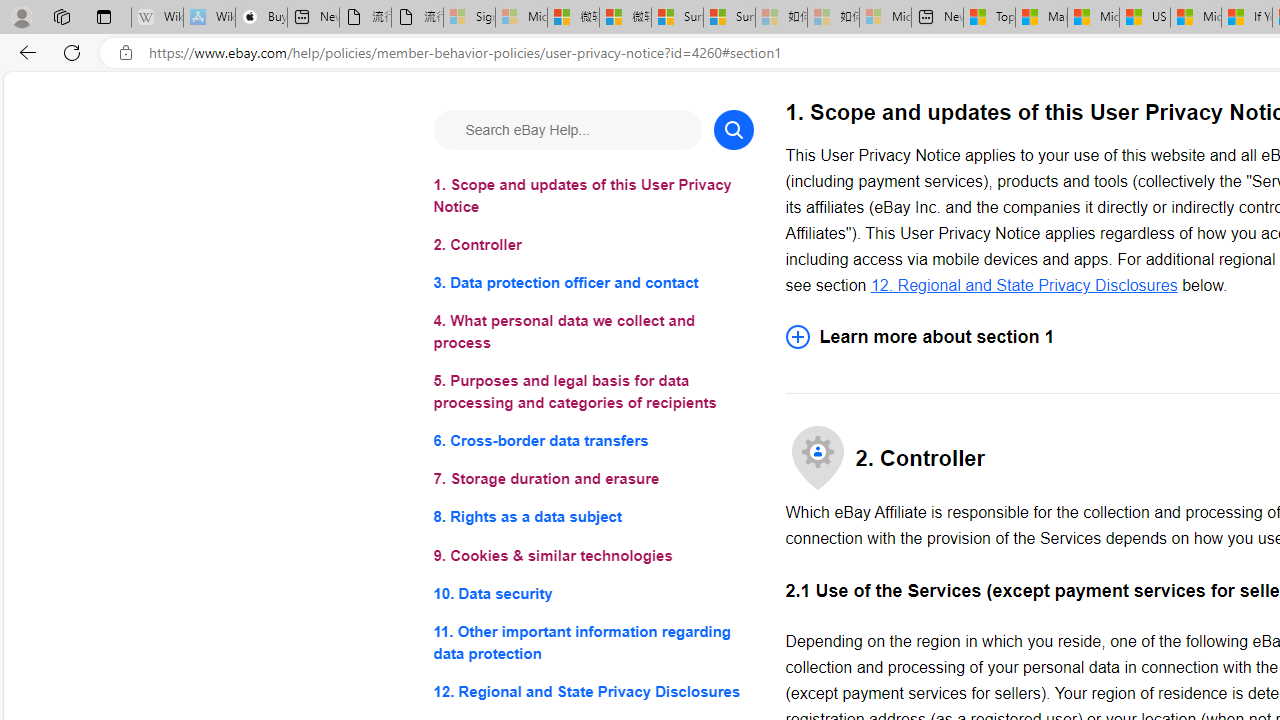  Describe the element at coordinates (1024, 284) in the screenshot. I see `'12. Regional and State Privacy Disclosures'` at that location.